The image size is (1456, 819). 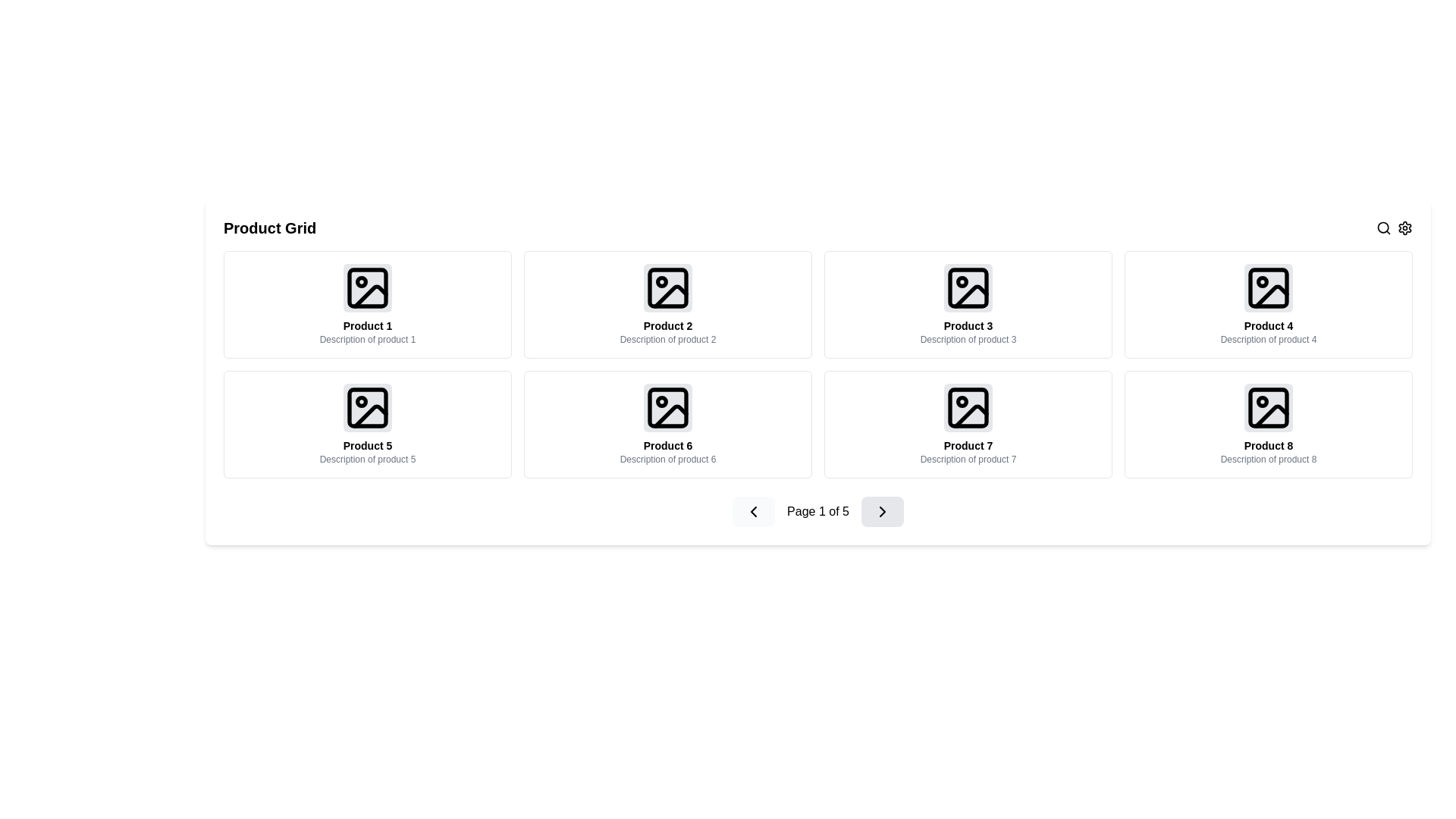 I want to click on the navigation icon located at the rightmost end of the navigation bar, so click(x=882, y=512).